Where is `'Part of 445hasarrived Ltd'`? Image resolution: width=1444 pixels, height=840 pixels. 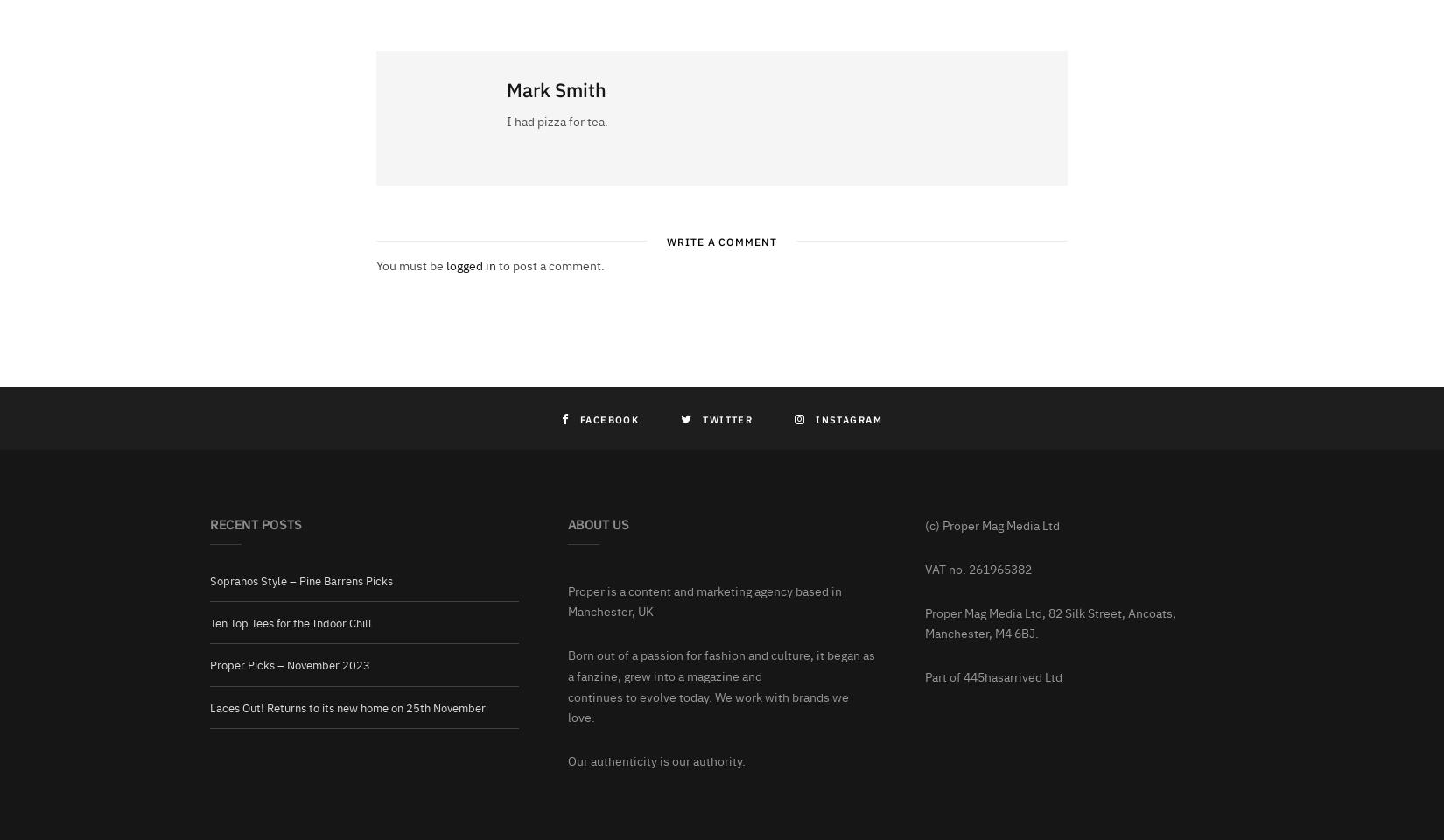
'Part of 445hasarrived Ltd' is located at coordinates (993, 675).